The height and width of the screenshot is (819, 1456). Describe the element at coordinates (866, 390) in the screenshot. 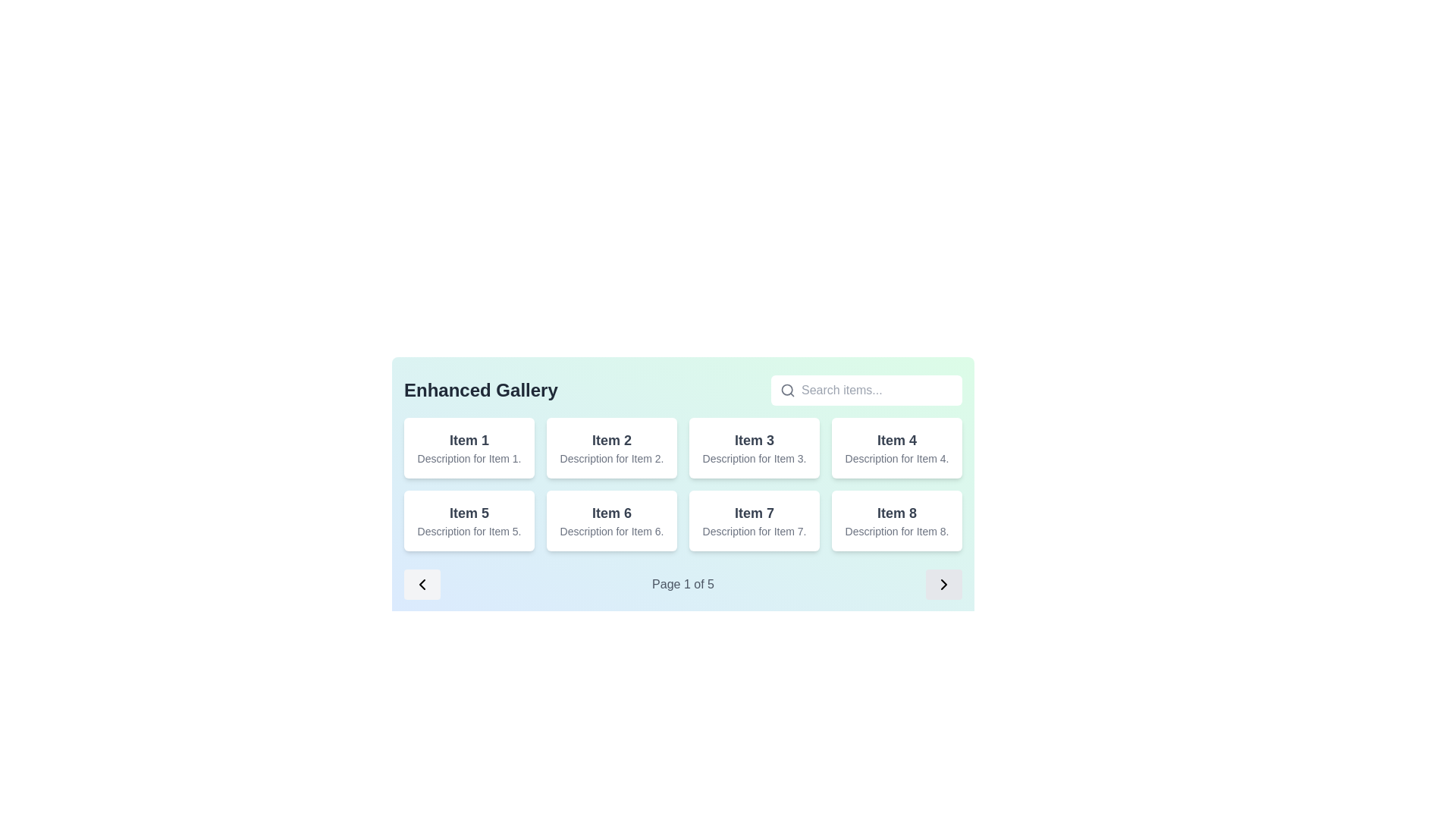

I see `the Search bar with an input field located at the top right corner of the Enhanced Gallery section, which features a gray magnifying glass icon and a placeholder text 'Search items...'` at that location.